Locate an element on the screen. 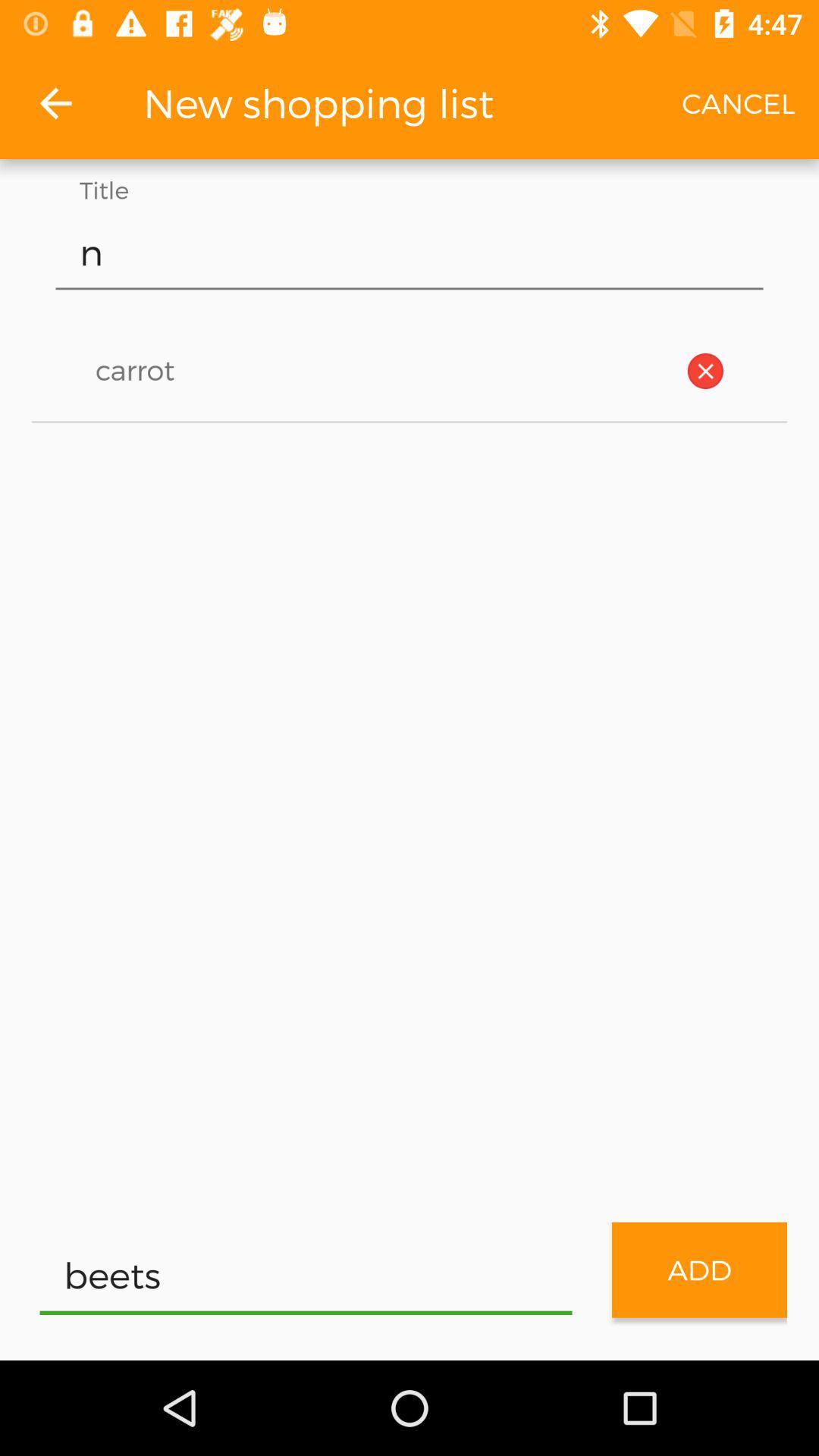 This screenshot has width=819, height=1456. of the app is located at coordinates (705, 371).